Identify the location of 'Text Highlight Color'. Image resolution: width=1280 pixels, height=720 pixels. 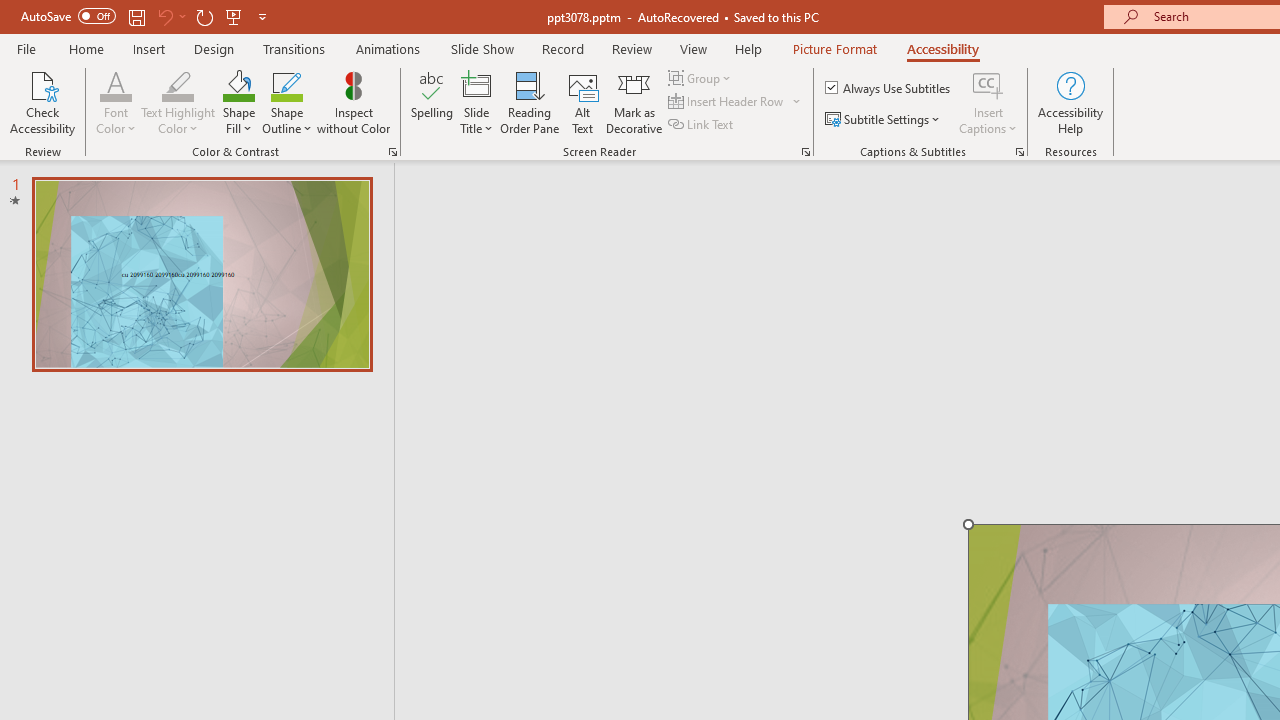
(178, 84).